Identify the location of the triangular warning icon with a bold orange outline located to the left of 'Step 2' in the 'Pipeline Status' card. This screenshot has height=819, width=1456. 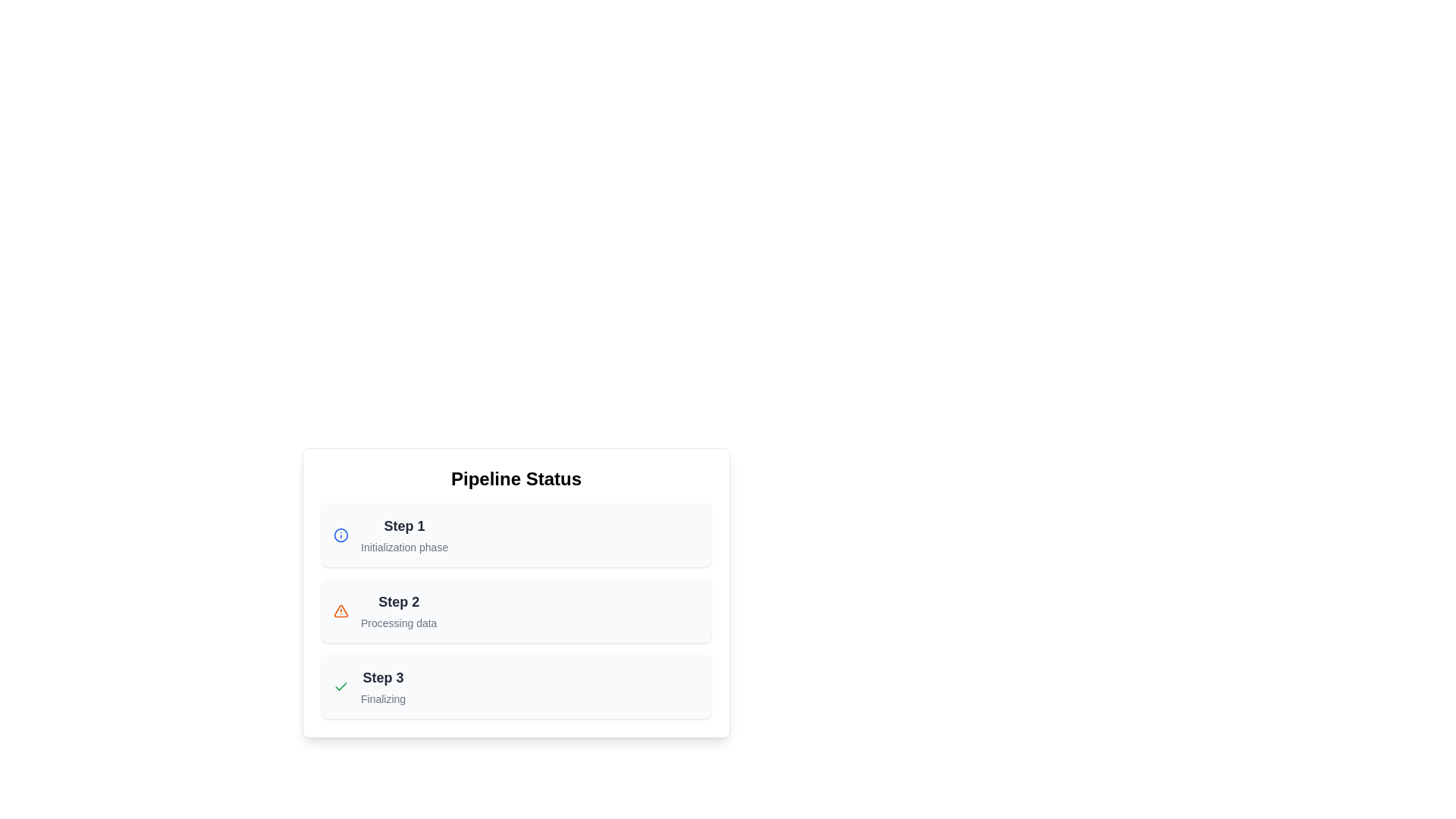
(340, 610).